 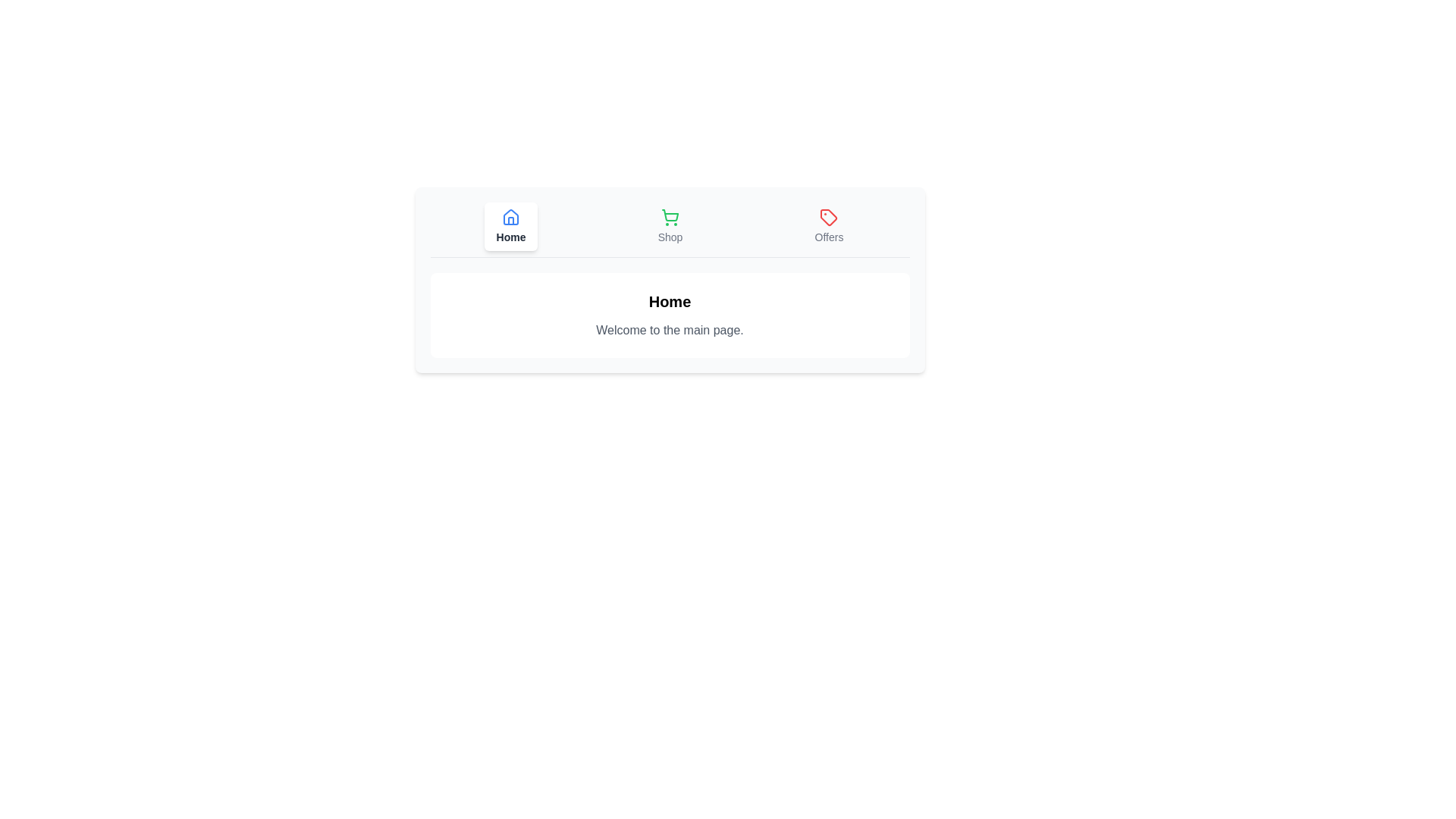 What do you see at coordinates (828, 227) in the screenshot?
I see `the button corresponding to the section Offers to select it` at bounding box center [828, 227].